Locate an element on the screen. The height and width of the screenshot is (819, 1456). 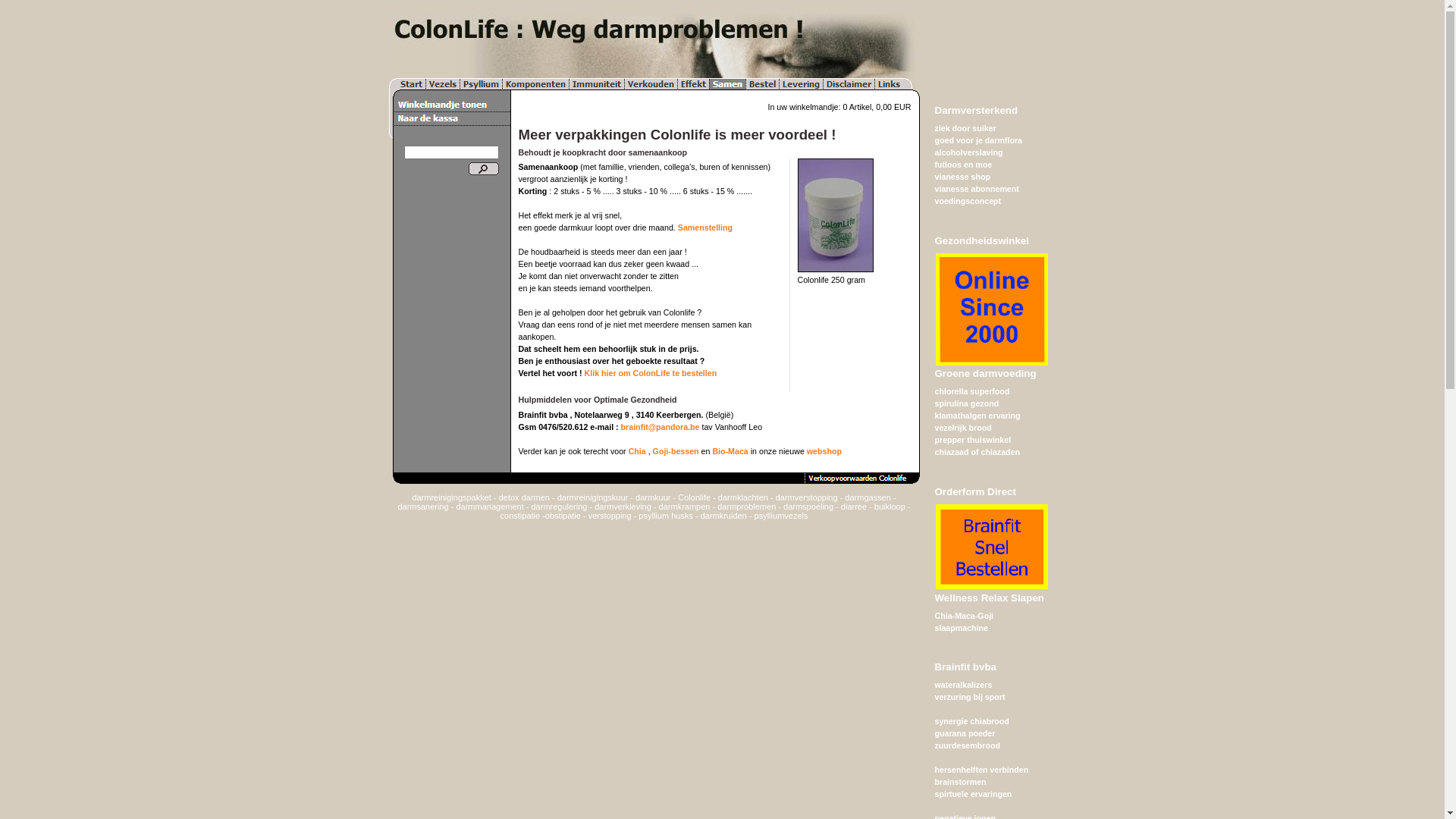
'vianesse shop' is located at coordinates (961, 175).